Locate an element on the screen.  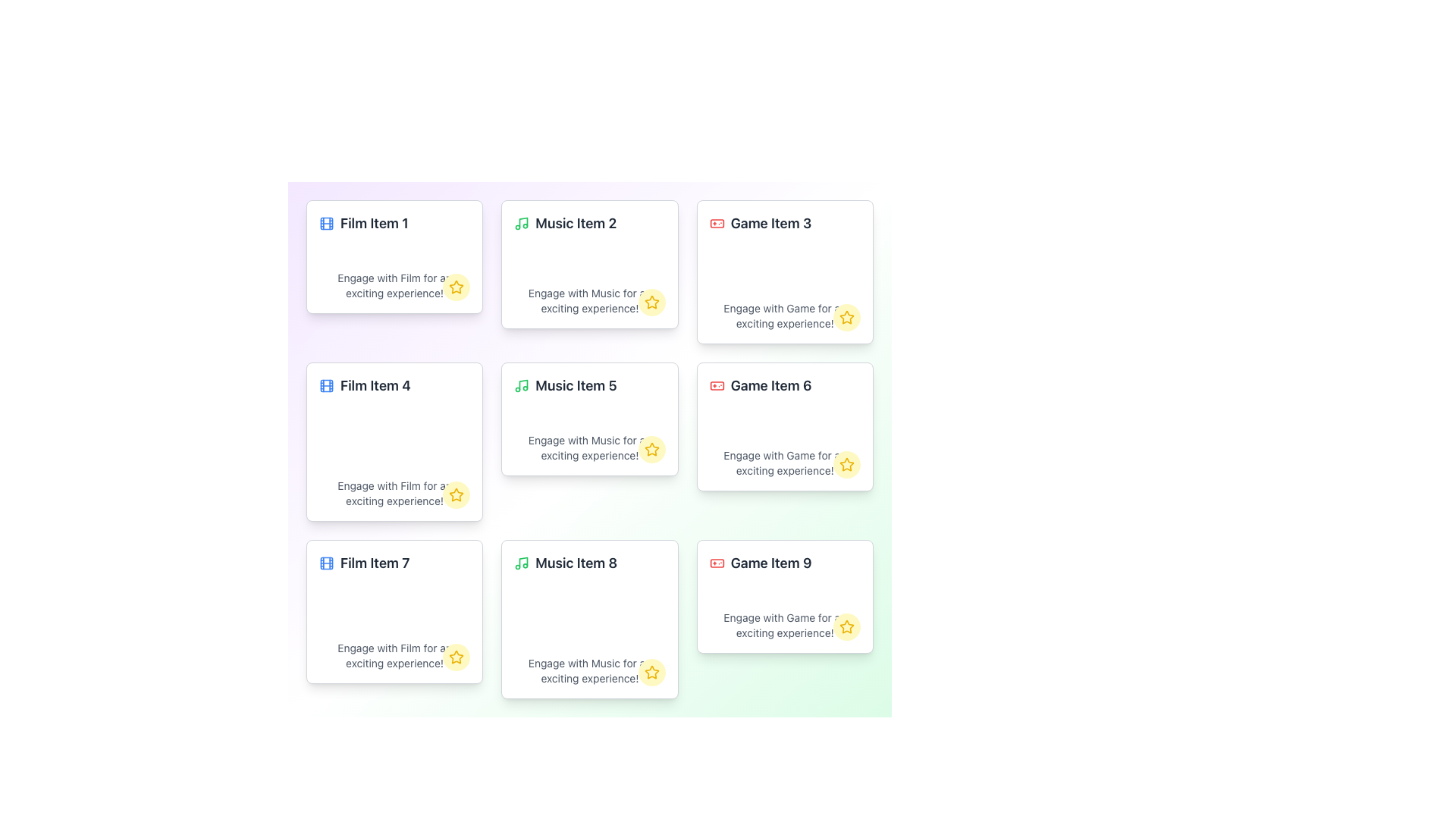
the 'Music Item 8' label, which is a Text with Icon element positioned in the middle column of the bottom row in a grid layout is located at coordinates (588, 563).